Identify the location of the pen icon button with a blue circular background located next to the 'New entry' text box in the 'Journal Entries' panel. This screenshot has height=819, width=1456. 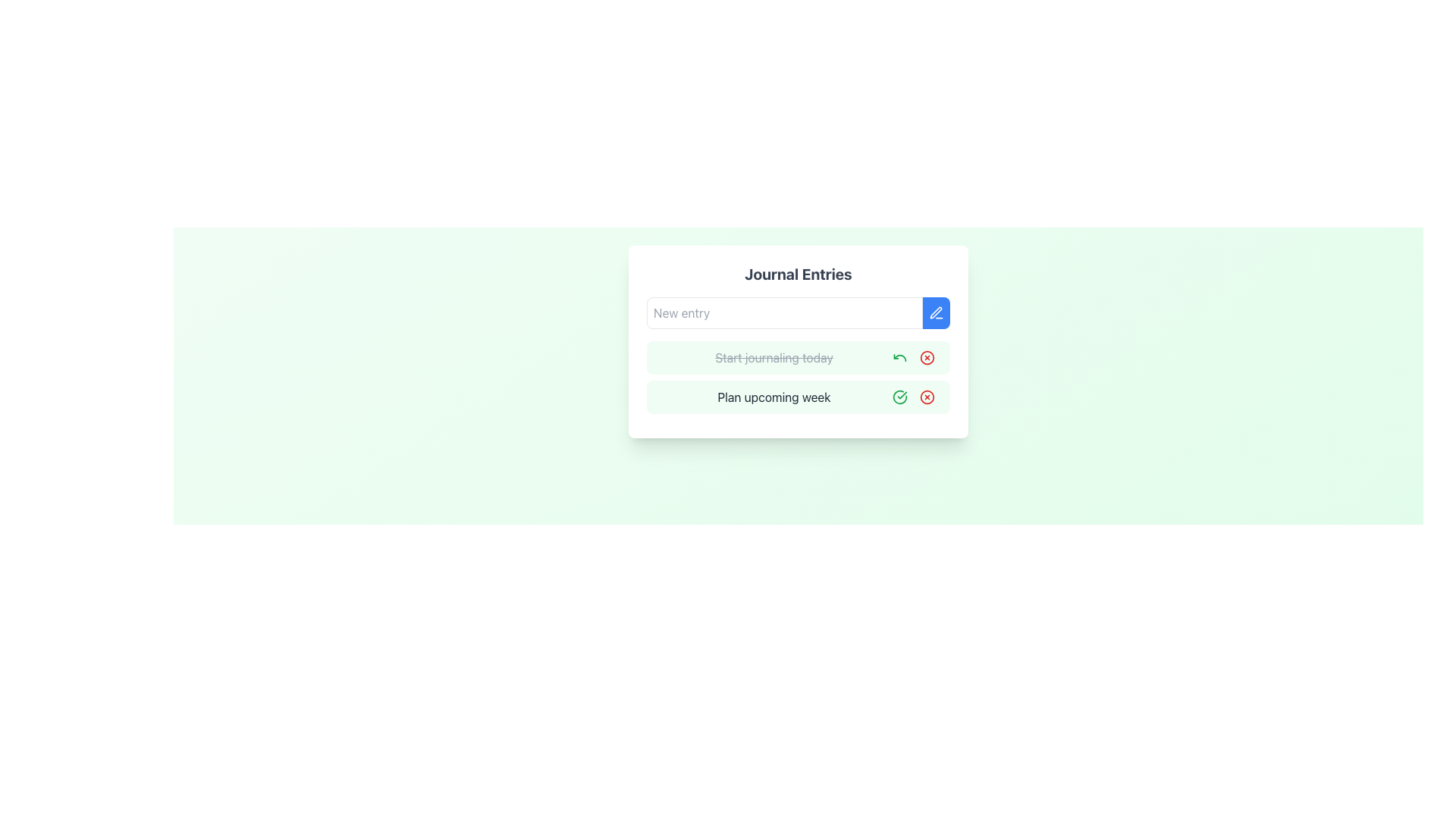
(935, 312).